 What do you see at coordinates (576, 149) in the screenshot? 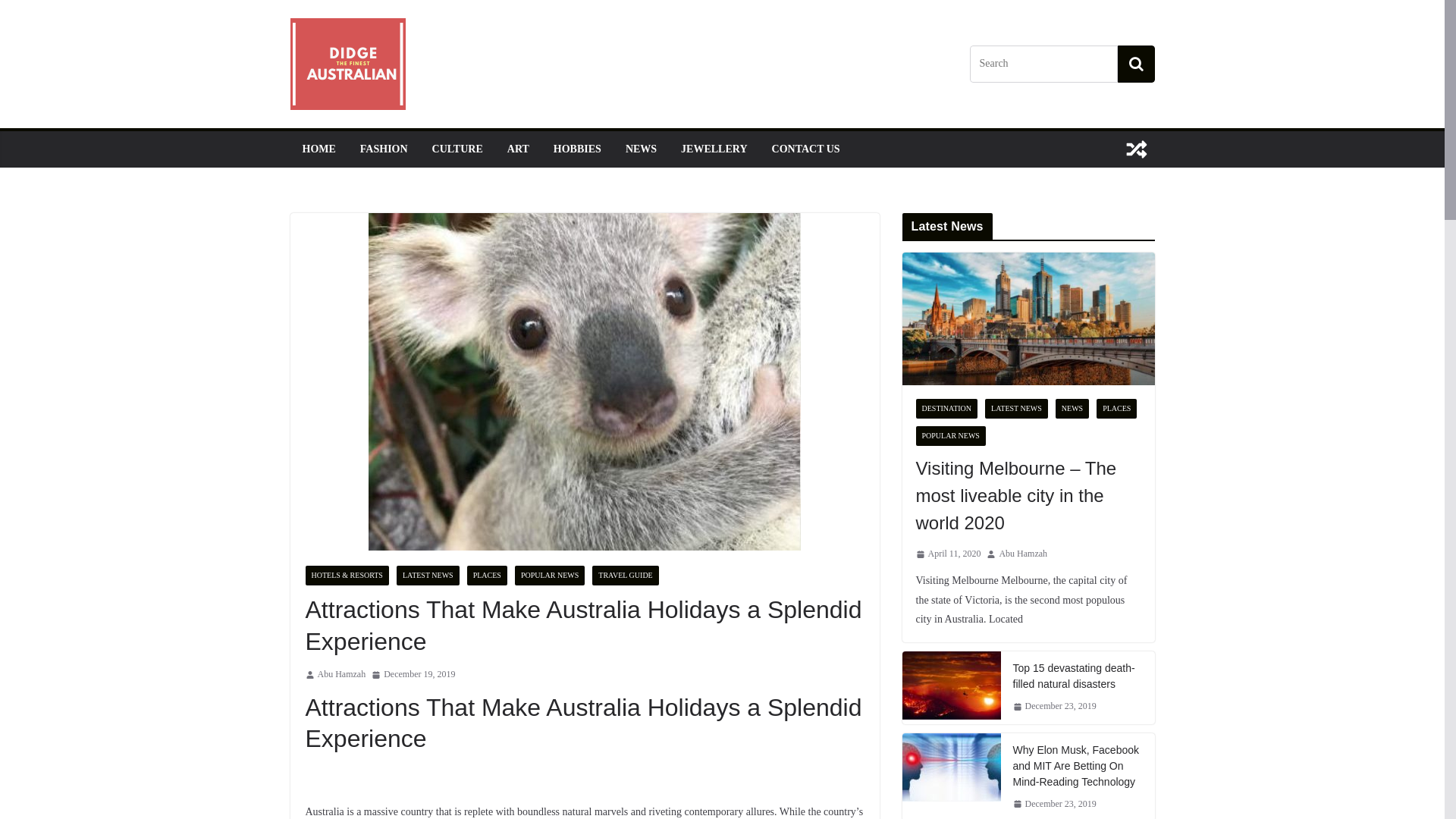
I see `'HOBBIES'` at bounding box center [576, 149].